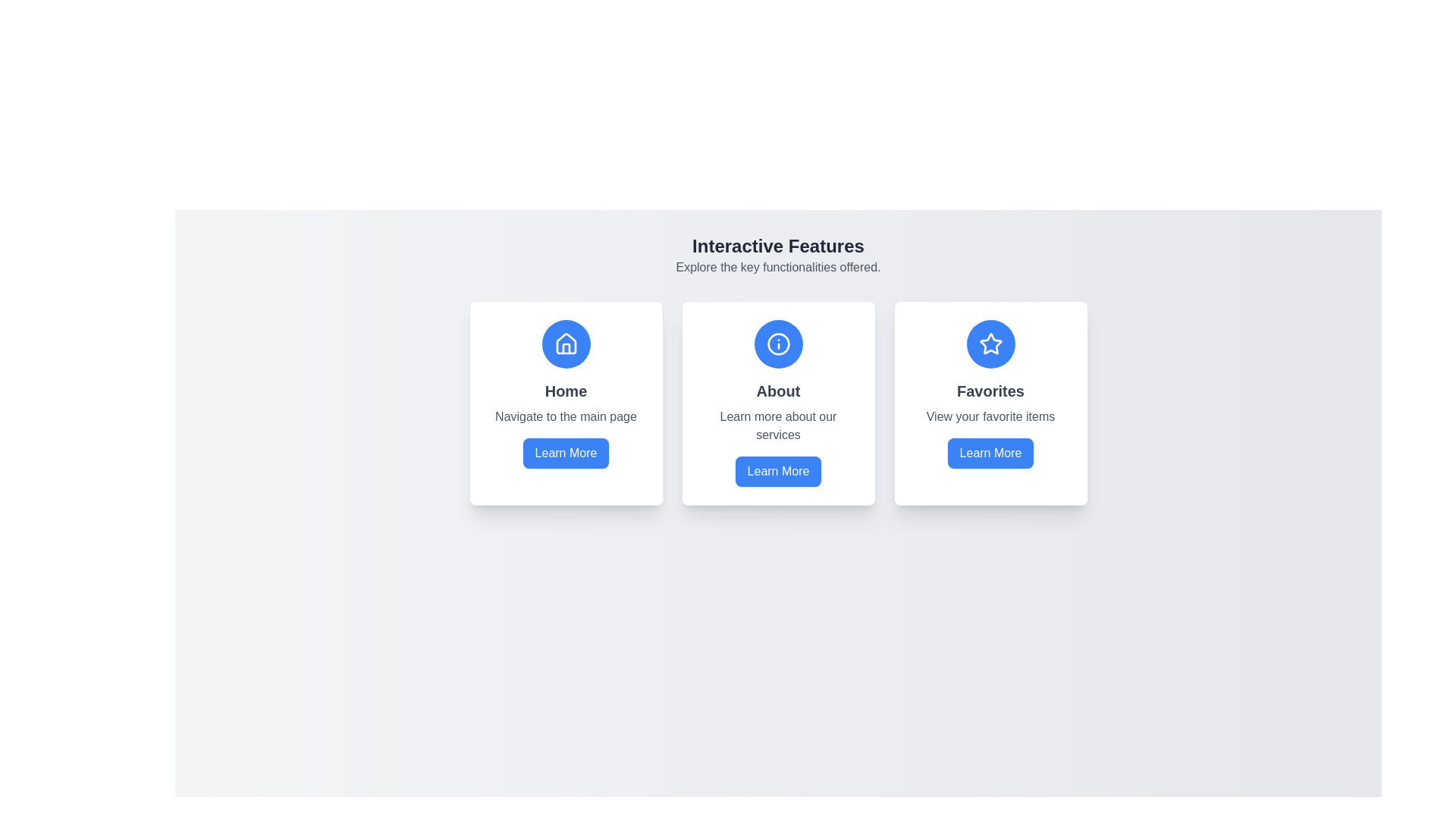 This screenshot has height=819, width=1456. Describe the element at coordinates (565, 344) in the screenshot. I see `the circular home icon with a blue background and white house graphic, located at the top-center of the 'Home' card to acknowledge its purpose` at that location.